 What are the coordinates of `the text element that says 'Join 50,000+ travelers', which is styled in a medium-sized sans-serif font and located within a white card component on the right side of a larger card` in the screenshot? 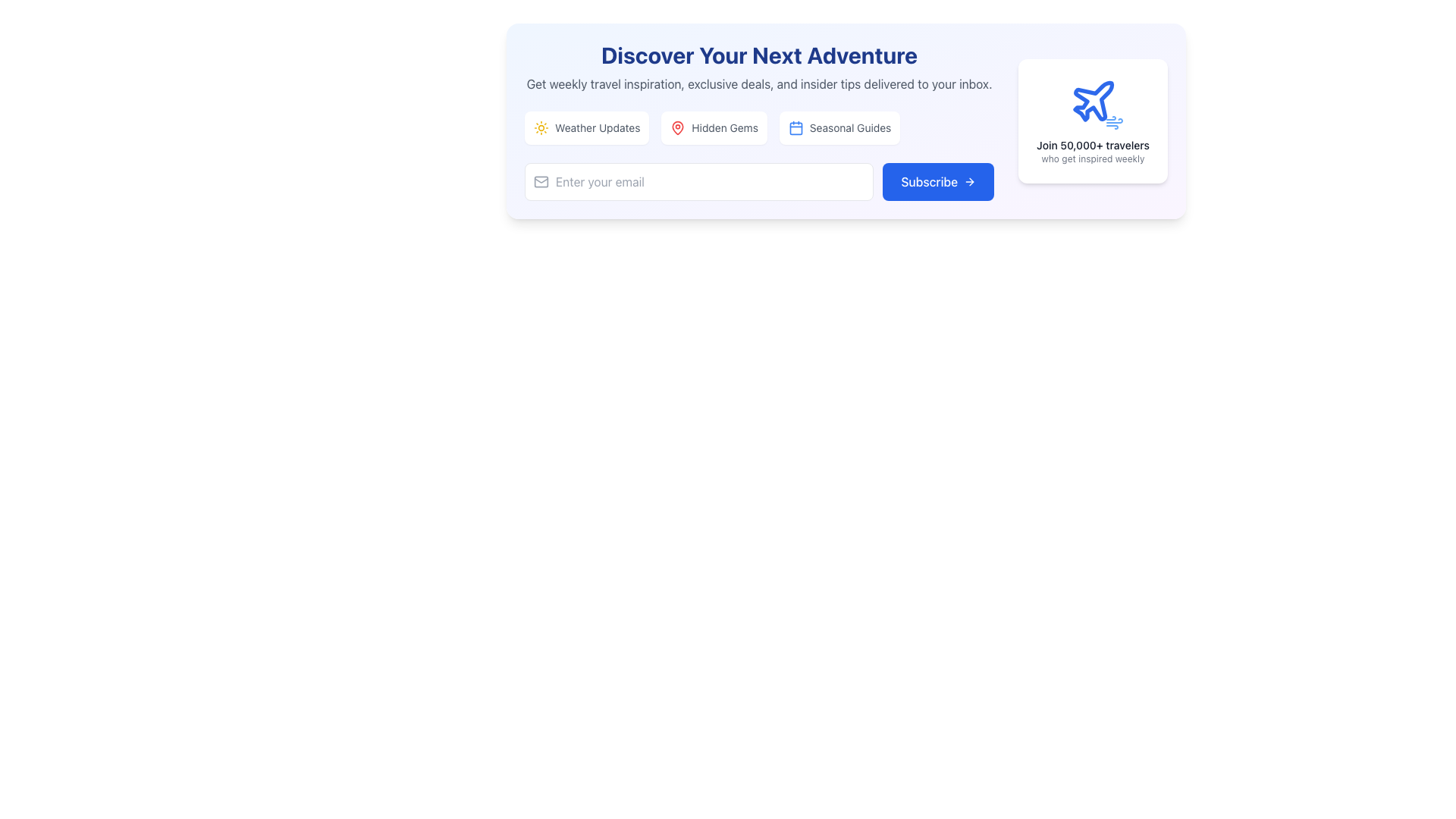 It's located at (1093, 146).